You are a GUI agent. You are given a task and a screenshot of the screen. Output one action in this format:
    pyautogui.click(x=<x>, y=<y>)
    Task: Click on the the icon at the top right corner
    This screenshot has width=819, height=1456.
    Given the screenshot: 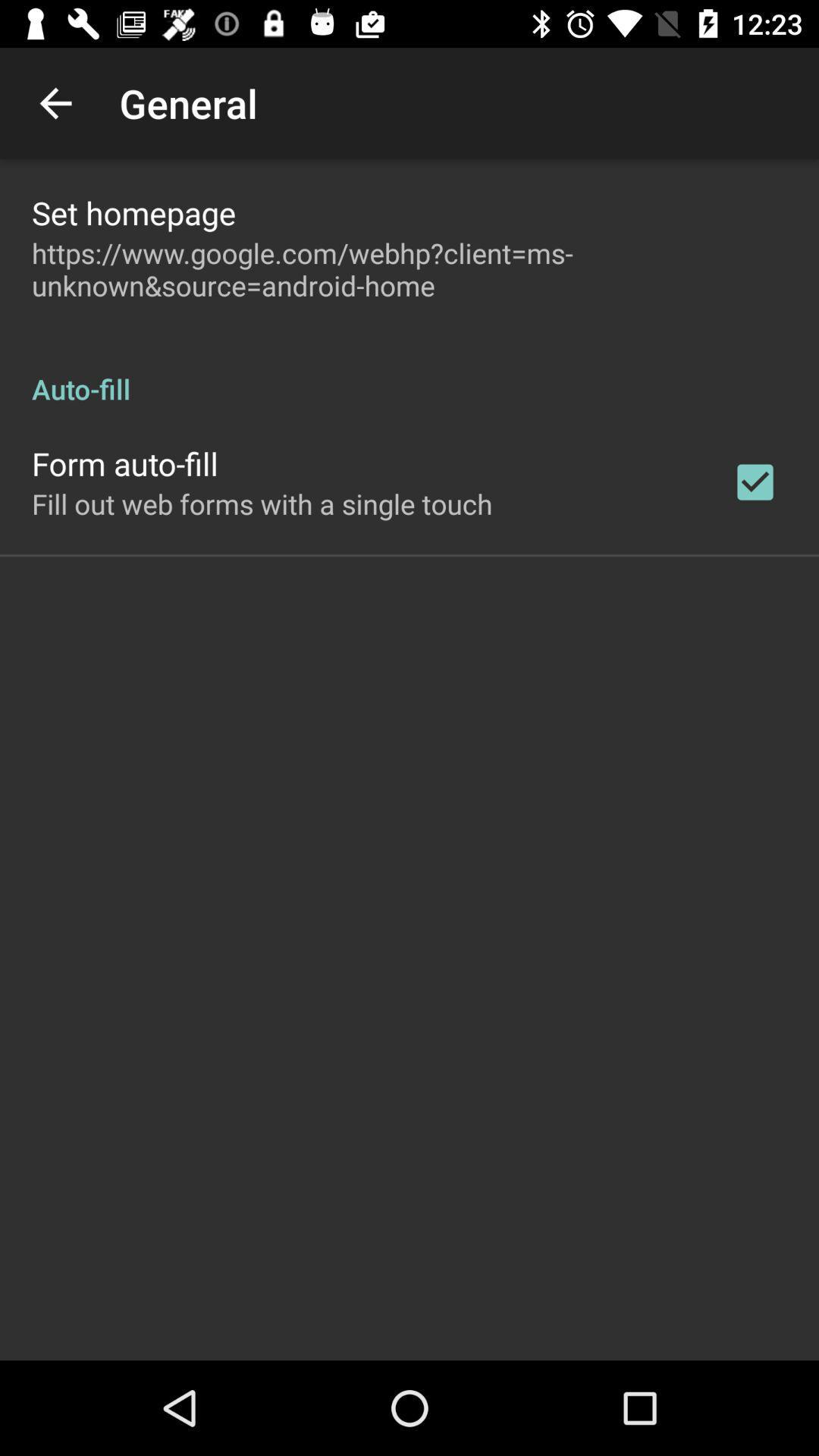 What is the action you would take?
    pyautogui.click(x=755, y=481)
    